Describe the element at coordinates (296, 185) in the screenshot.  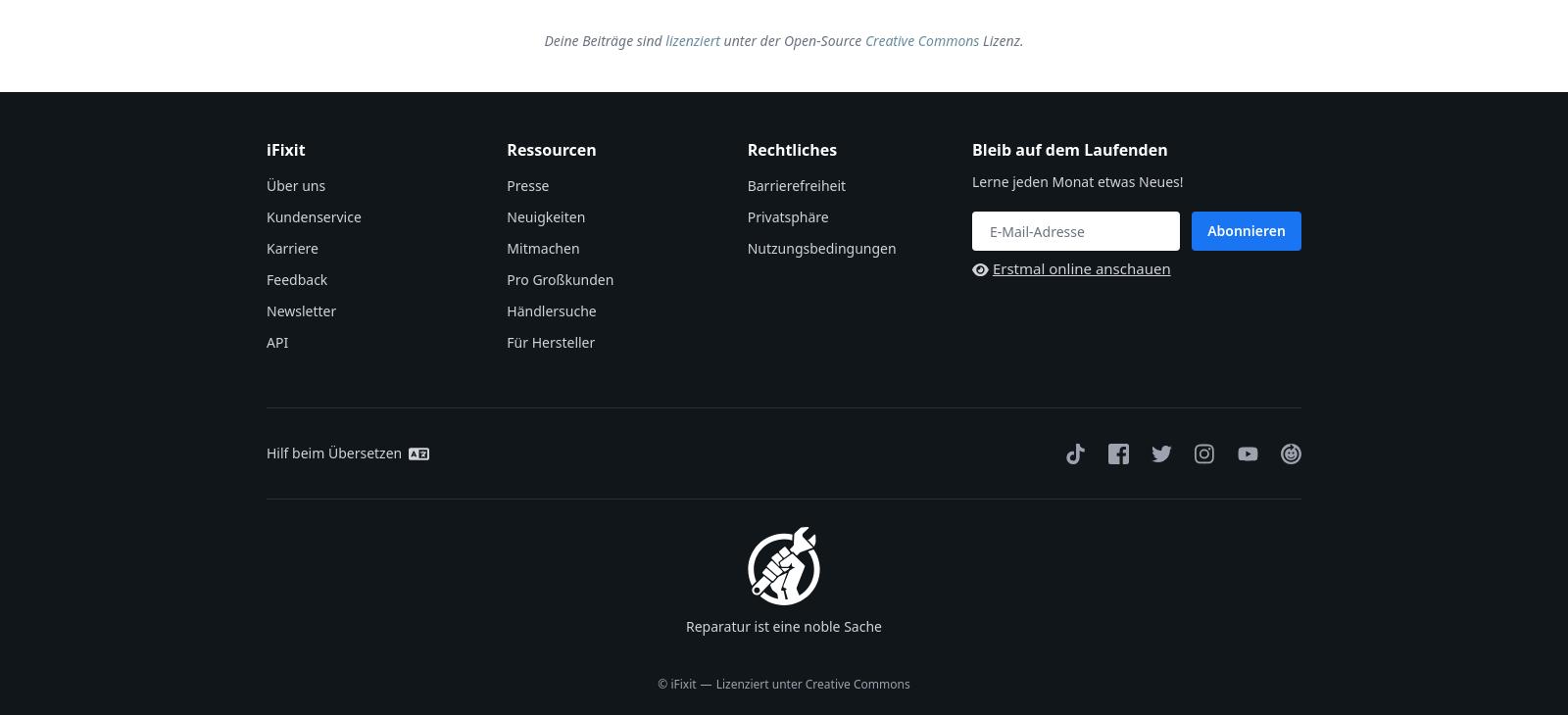
I see `'Über uns'` at that location.